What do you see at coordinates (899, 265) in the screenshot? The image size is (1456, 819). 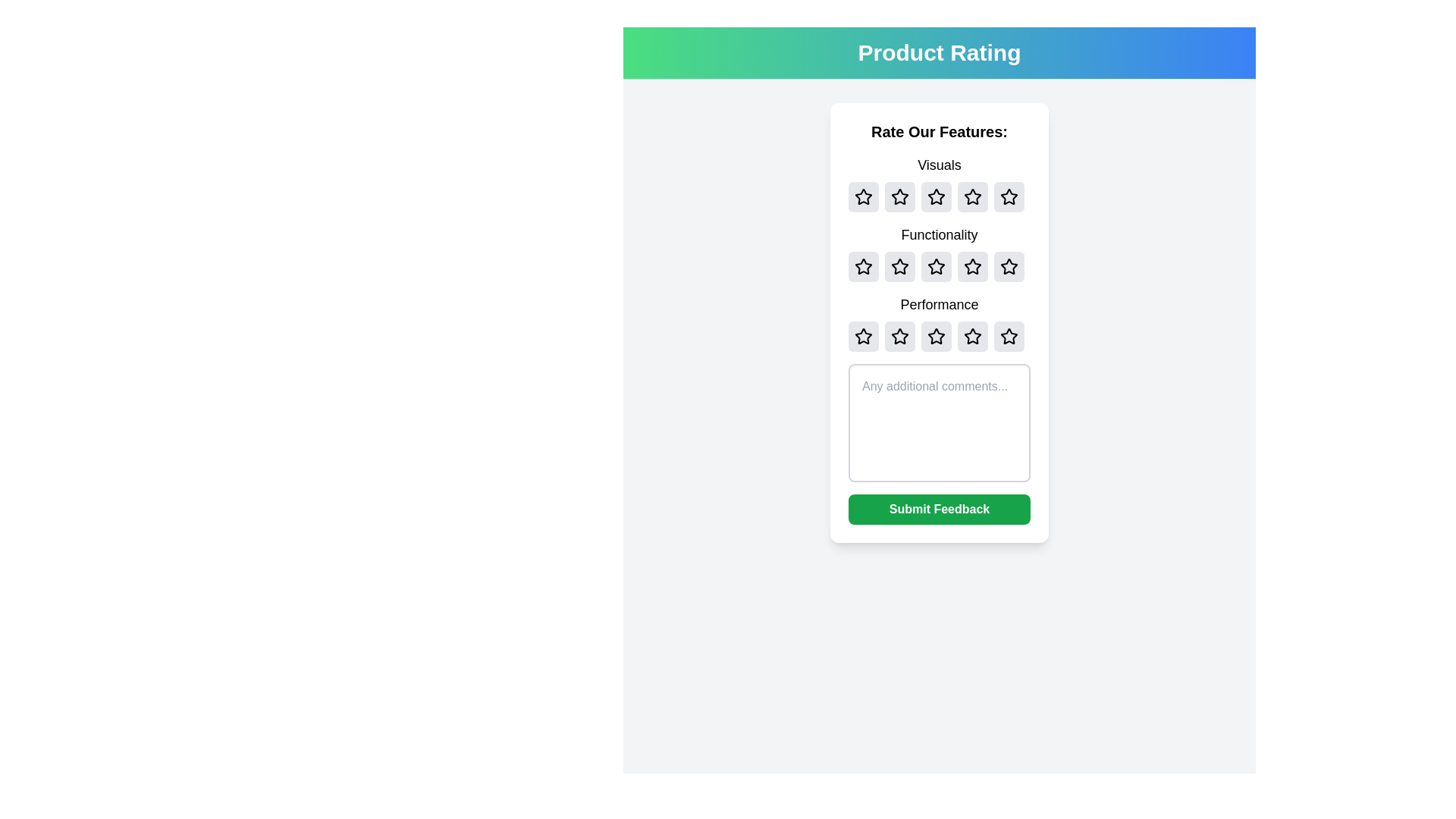 I see `the second star from the left in the 'Functionality' rating grid to indicate its selection state` at bounding box center [899, 265].